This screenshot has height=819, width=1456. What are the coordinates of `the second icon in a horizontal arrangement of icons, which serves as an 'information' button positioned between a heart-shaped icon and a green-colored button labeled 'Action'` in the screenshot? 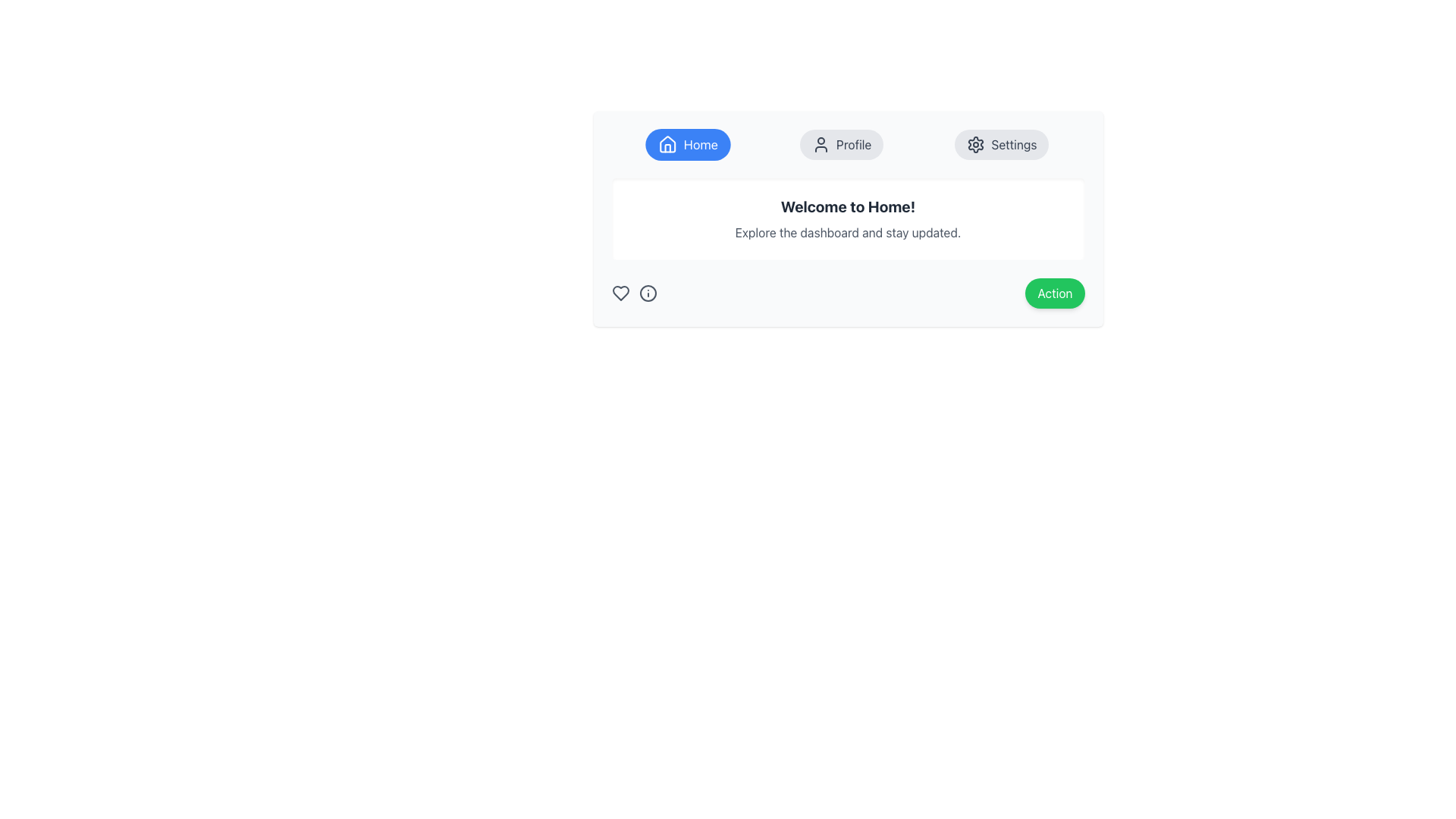 It's located at (648, 293).